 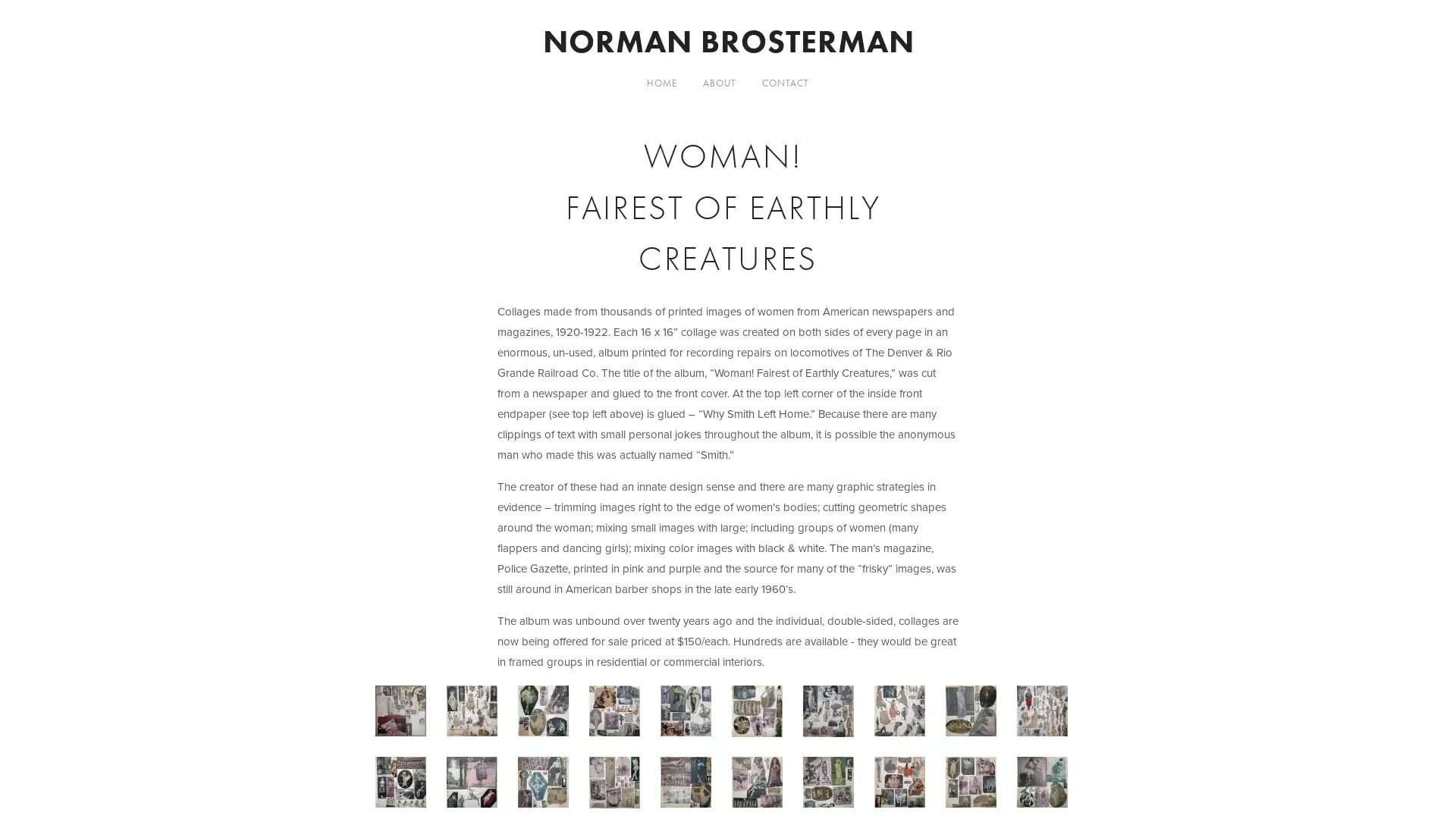 I want to click on View fullsize Smith 42.jpg, so click(x=621, y=717).